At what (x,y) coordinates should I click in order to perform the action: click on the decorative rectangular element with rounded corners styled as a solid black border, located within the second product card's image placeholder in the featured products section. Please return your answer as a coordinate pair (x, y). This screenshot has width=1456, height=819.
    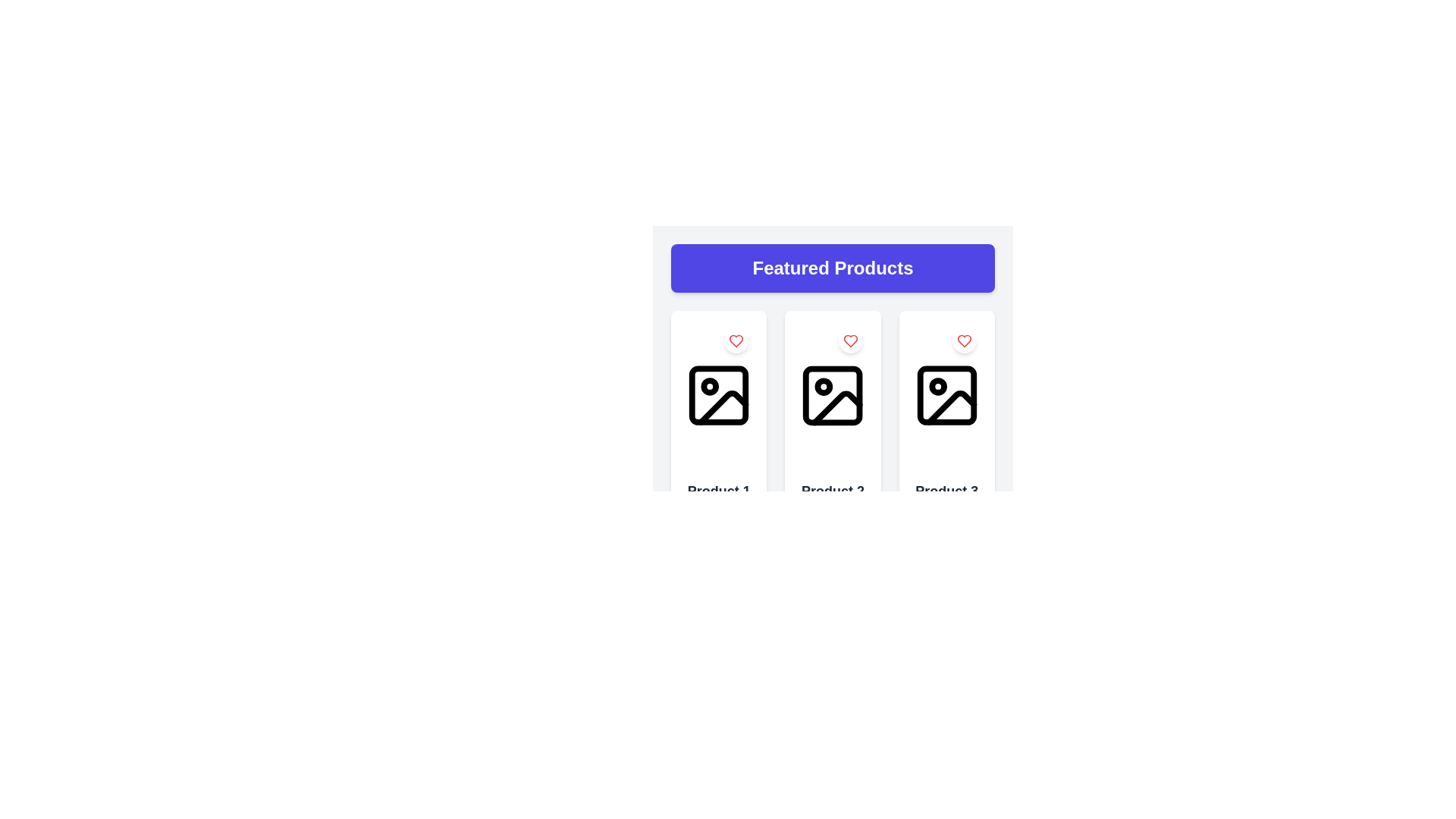
    Looking at the image, I should click on (832, 394).